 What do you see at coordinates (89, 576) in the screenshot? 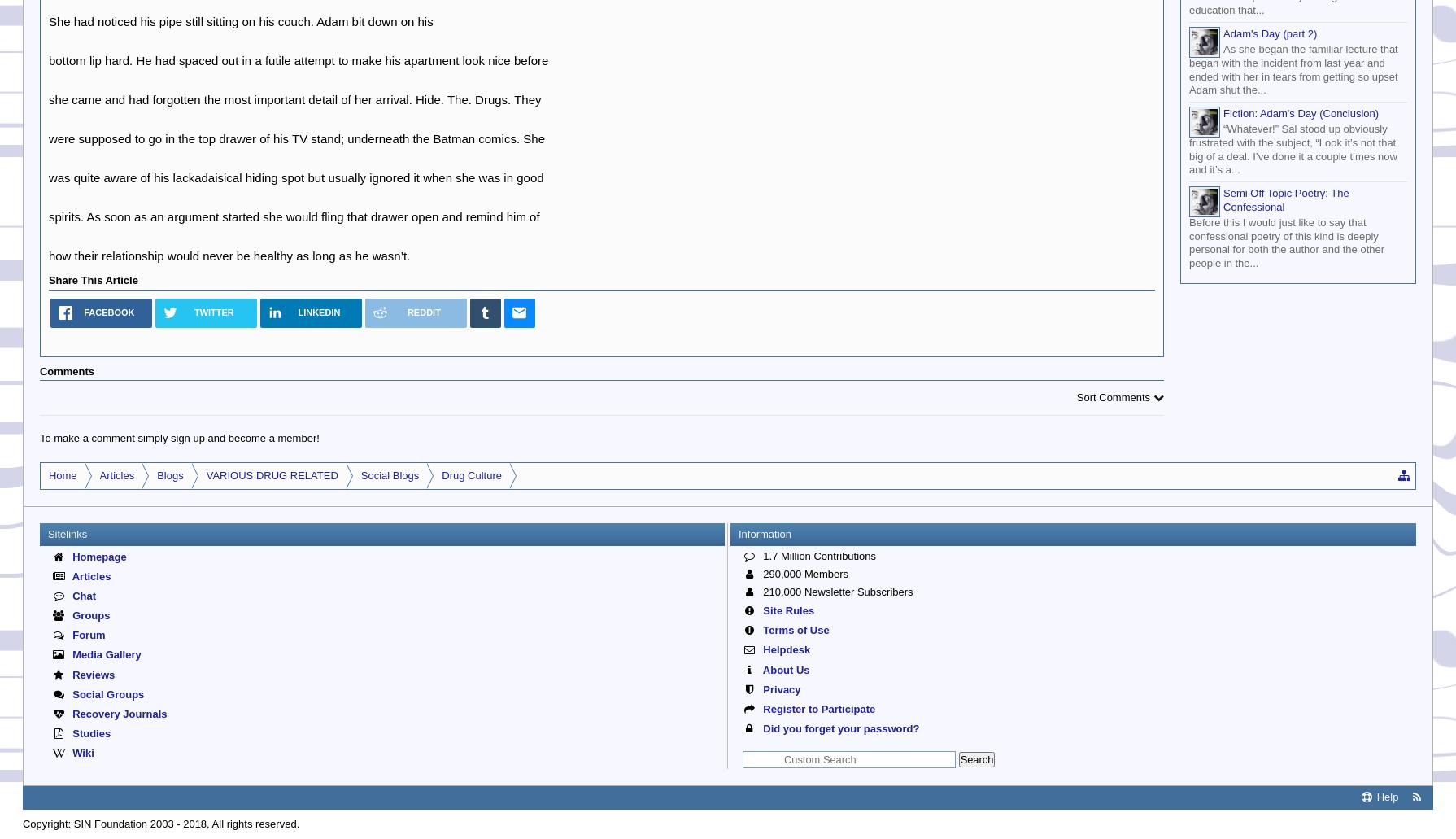
I see `'Articles'` at bounding box center [89, 576].